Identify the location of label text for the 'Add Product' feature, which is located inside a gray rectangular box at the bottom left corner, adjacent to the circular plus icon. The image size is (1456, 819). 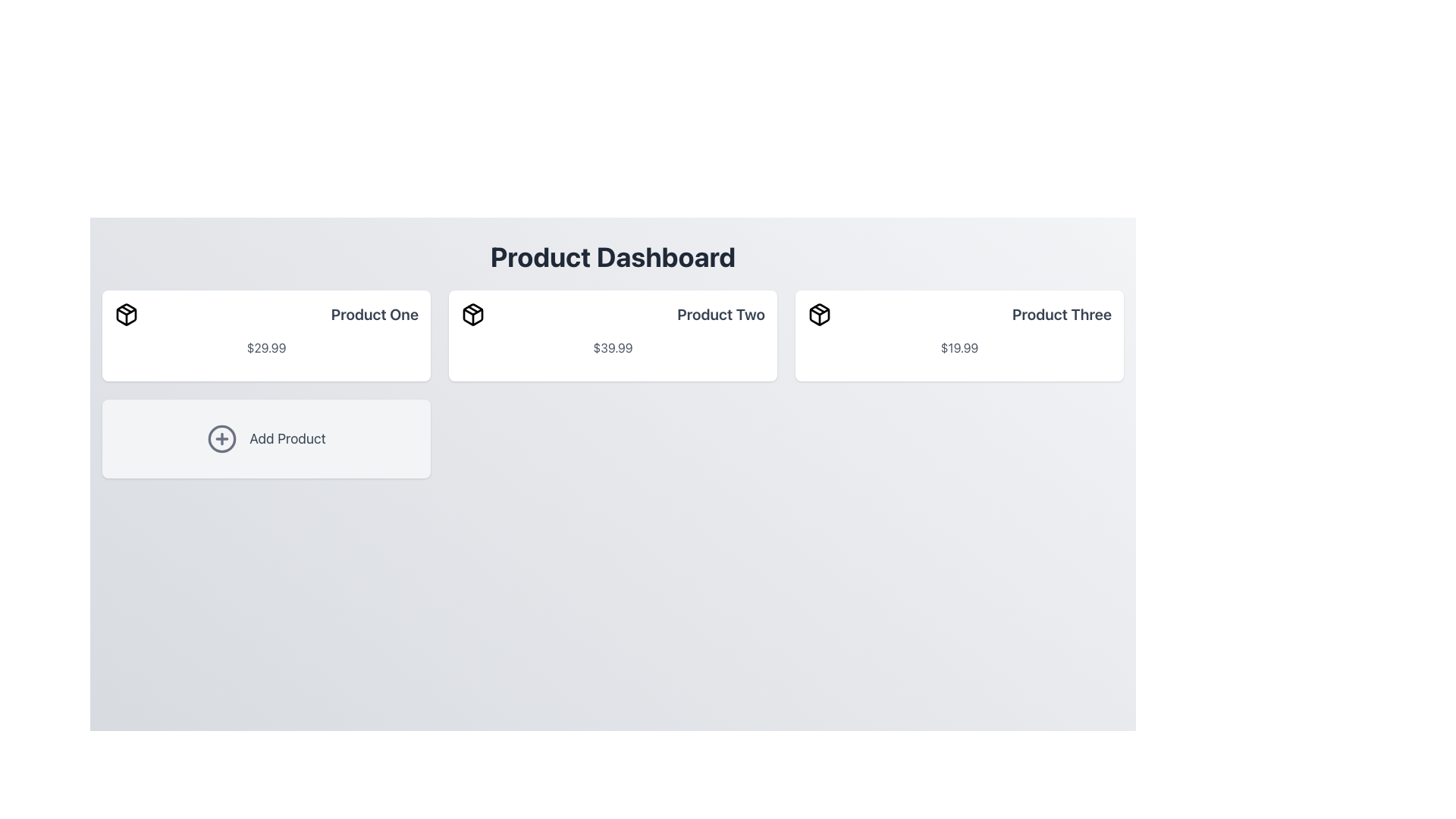
(287, 438).